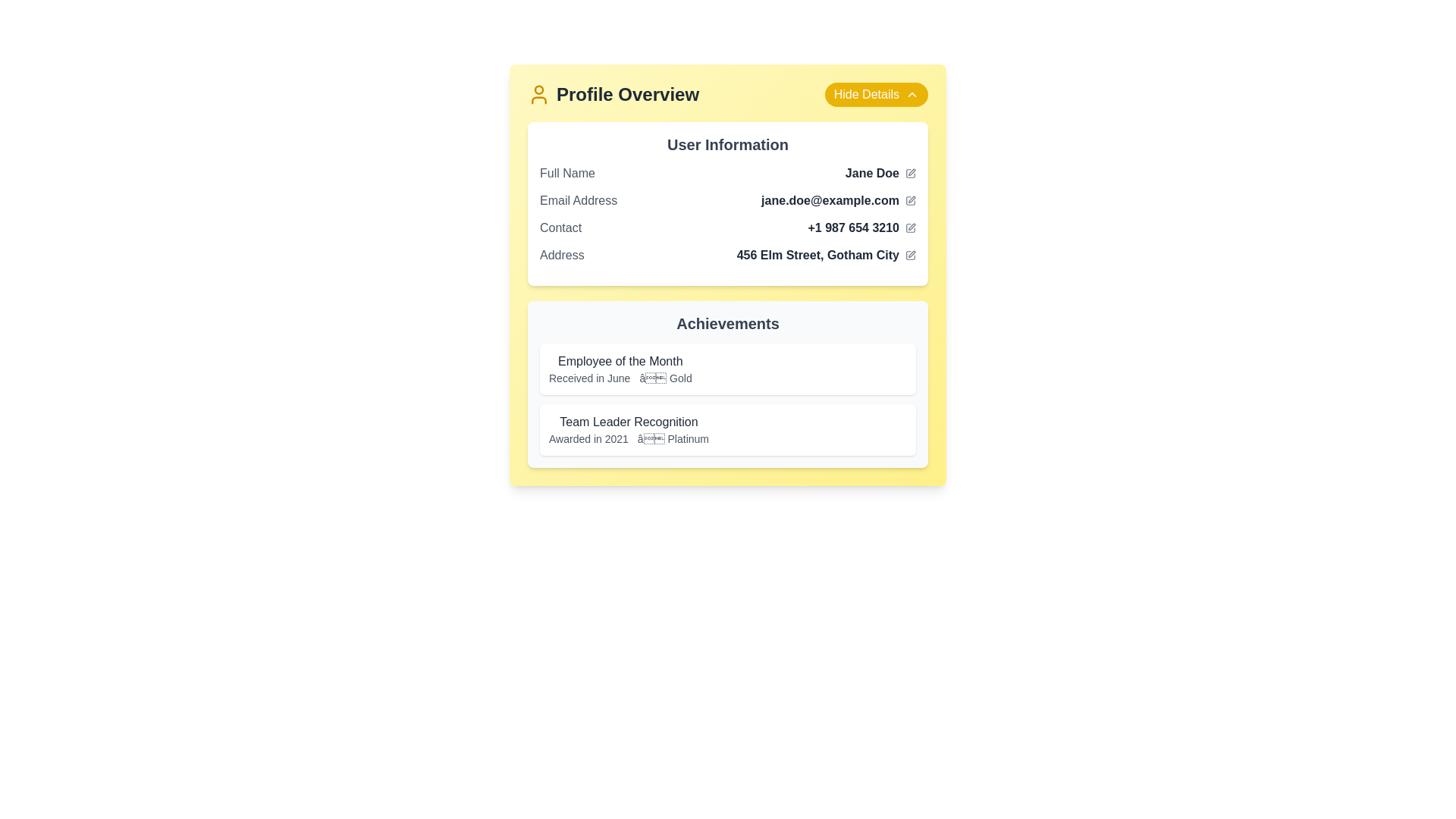  What do you see at coordinates (728, 430) in the screenshot?
I see `the Informational card labeled 'Team Leader Recognition' which is located in the 'Achievements' section, directly below 'Employee of the Month'` at bounding box center [728, 430].